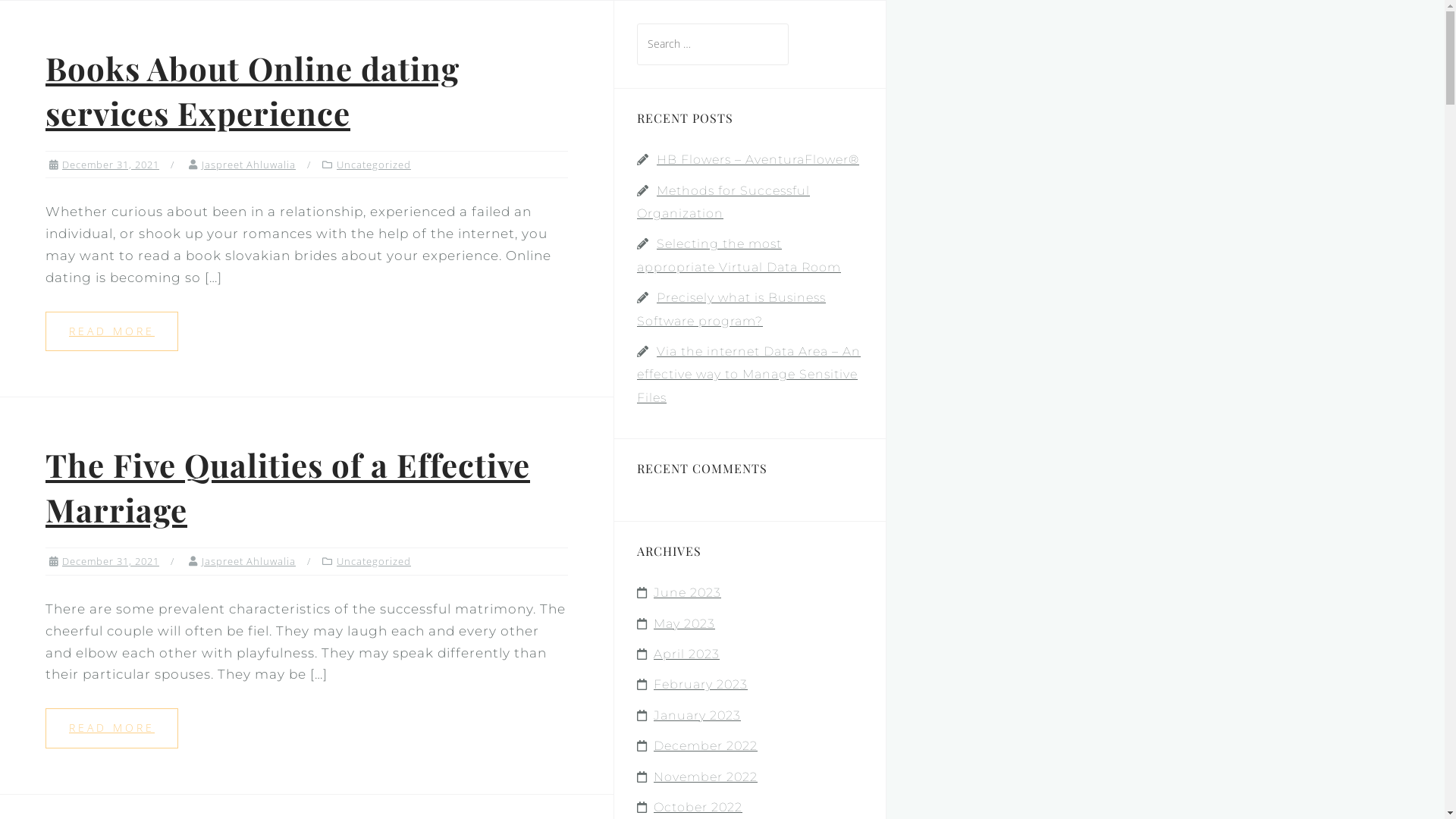 This screenshot has height=819, width=1456. I want to click on 'READ MORE', so click(111, 727).